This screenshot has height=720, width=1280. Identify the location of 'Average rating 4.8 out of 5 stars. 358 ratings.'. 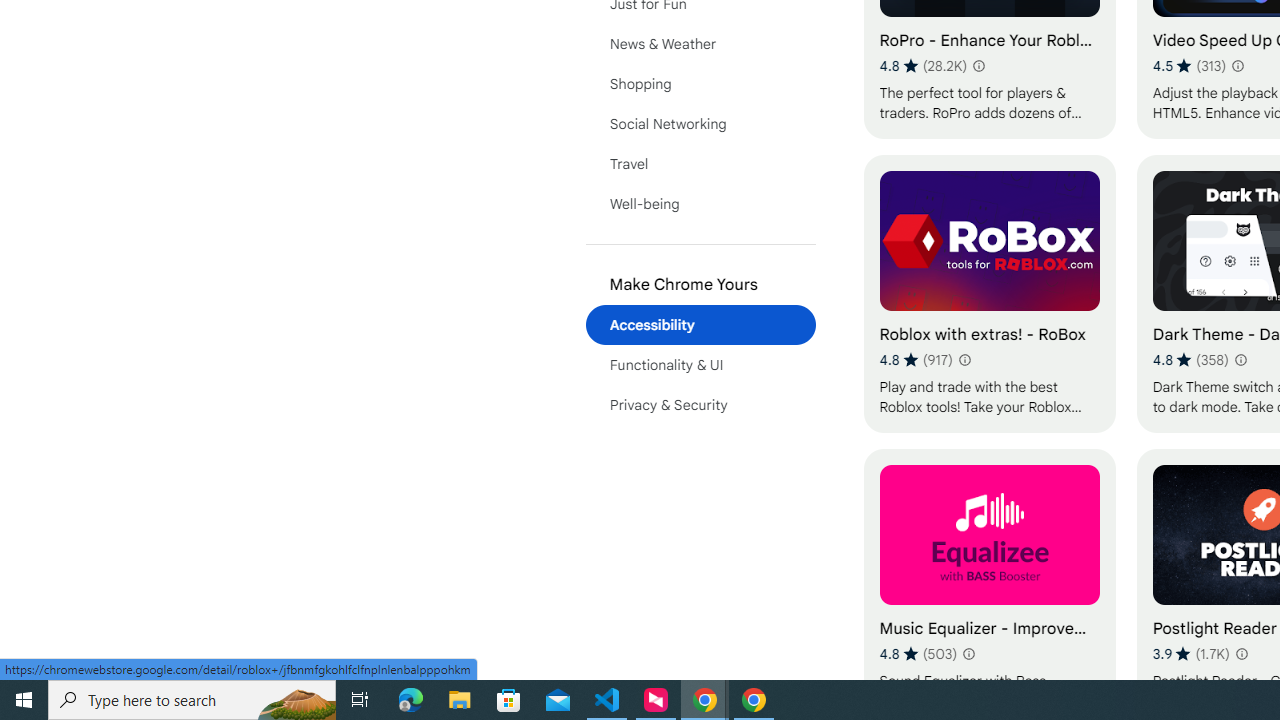
(1190, 360).